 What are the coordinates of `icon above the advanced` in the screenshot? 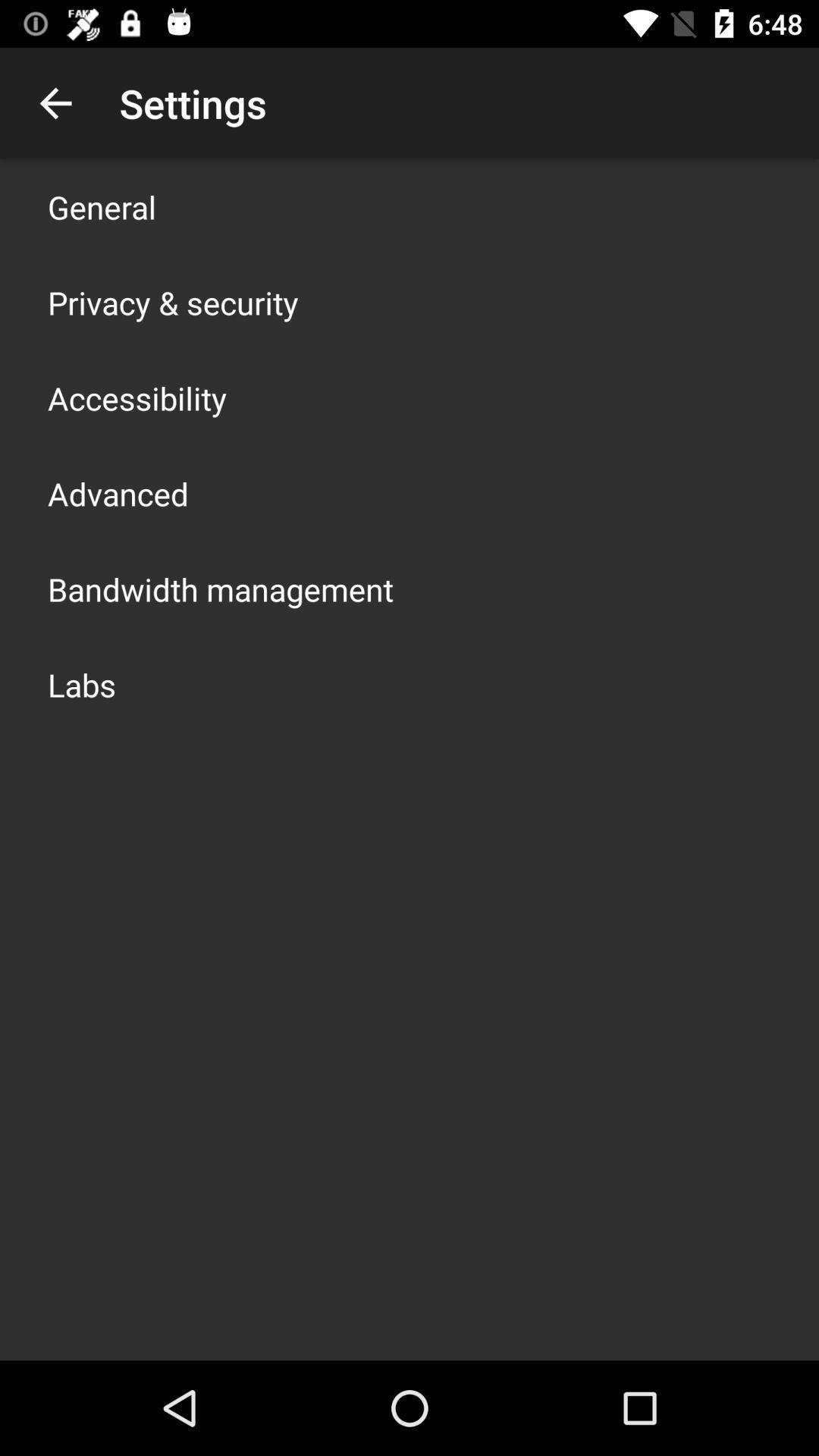 It's located at (137, 397).